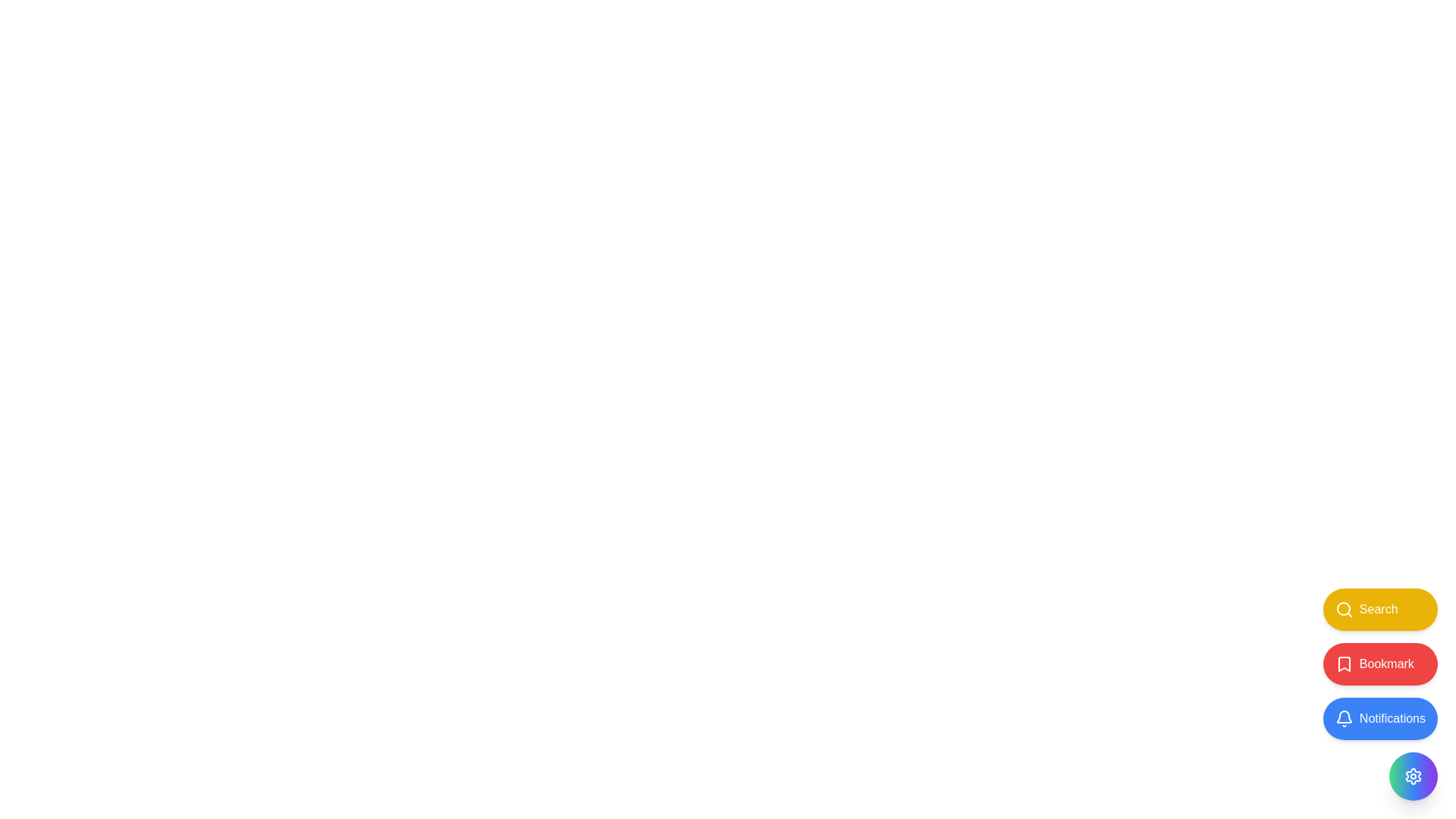 The width and height of the screenshot is (1456, 819). What do you see at coordinates (1380, 663) in the screenshot?
I see `the circular red button with a white bookmark icon and the text 'Bookmark'` at bounding box center [1380, 663].